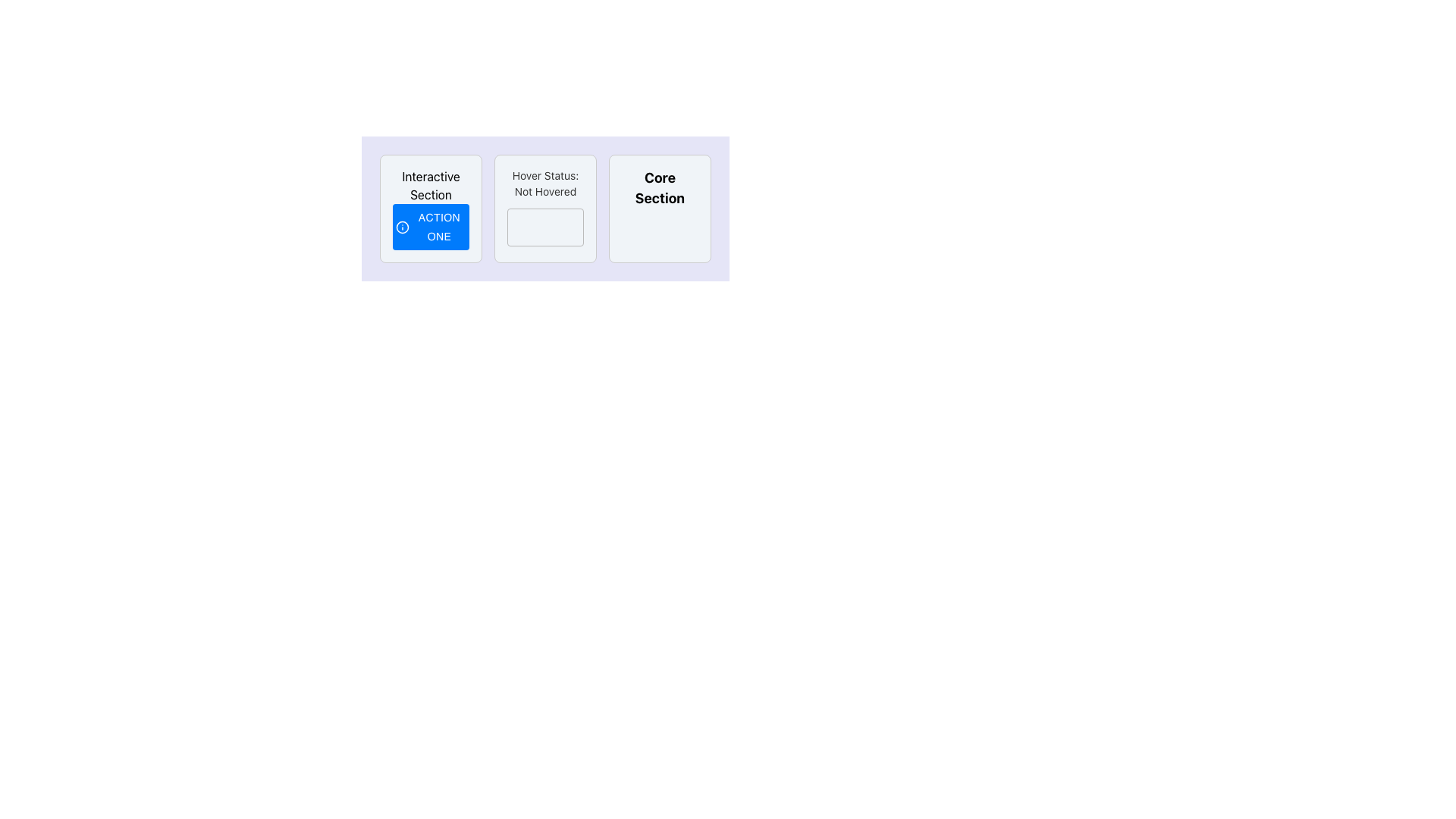 This screenshot has width=1456, height=819. I want to click on the decorative SVG Circle Element that is part of the information icon within the 'Interactive Section', so click(403, 227).